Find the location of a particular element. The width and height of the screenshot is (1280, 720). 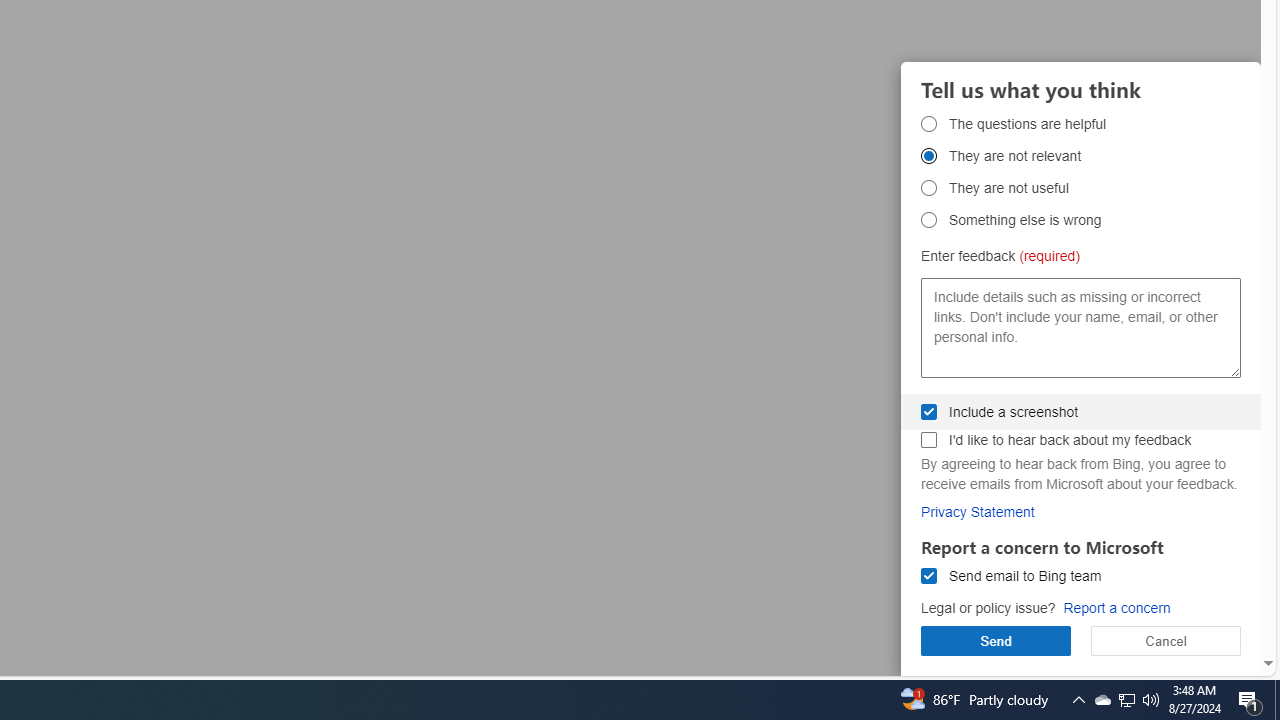

'They are not relevant They are not relevant' is located at coordinates (928, 155).